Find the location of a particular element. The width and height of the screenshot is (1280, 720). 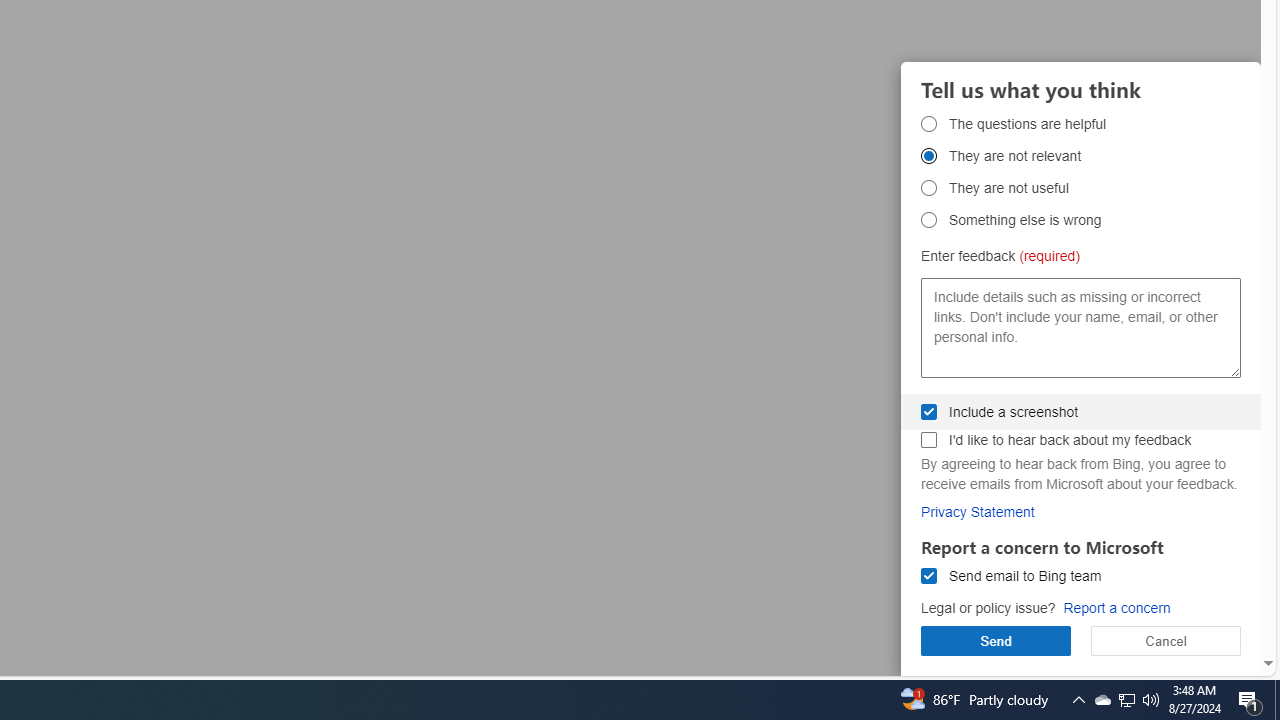

'They are not relevant They are not relevant' is located at coordinates (928, 155).